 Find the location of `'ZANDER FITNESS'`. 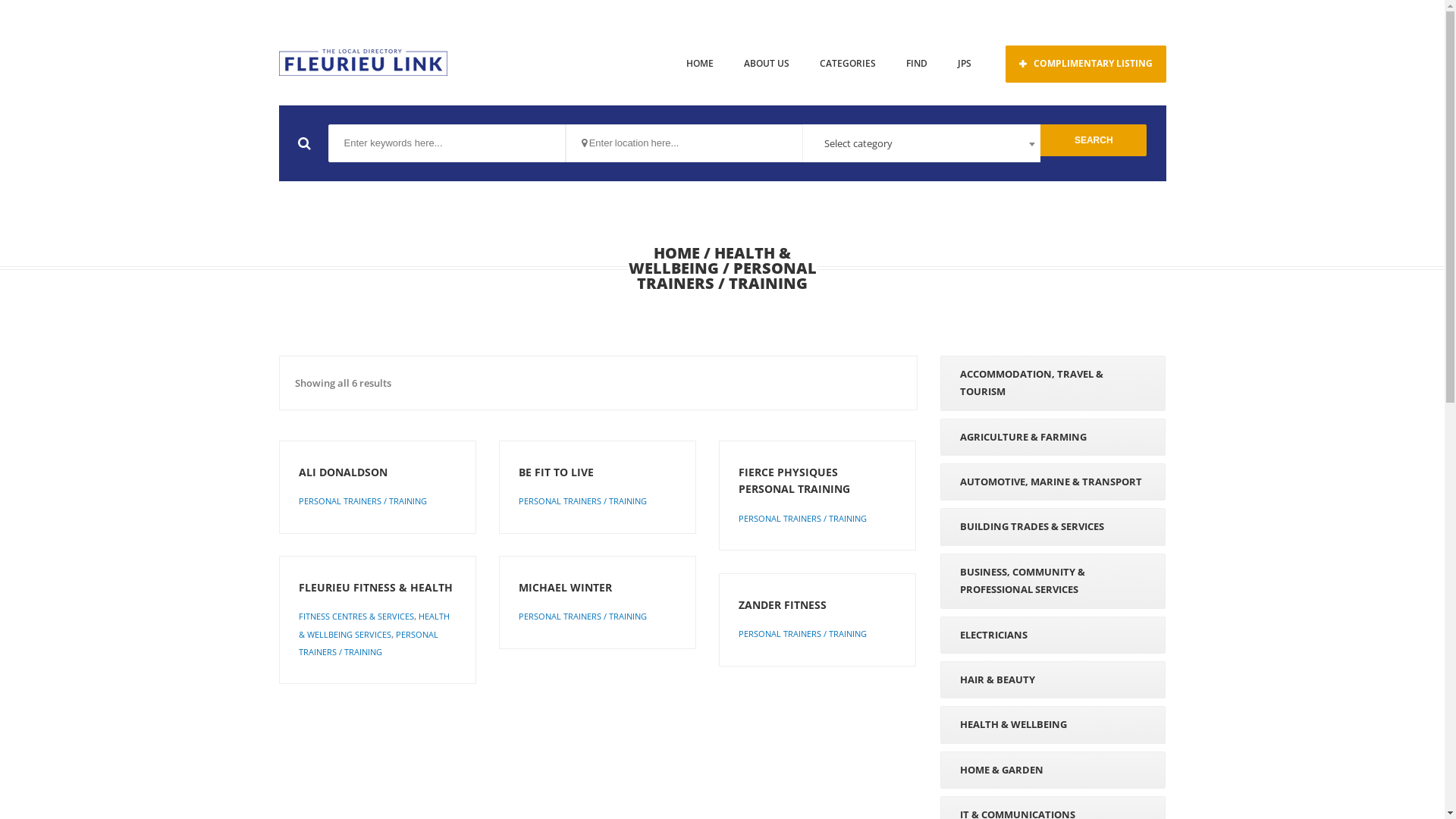

'ZANDER FITNESS' is located at coordinates (817, 604).